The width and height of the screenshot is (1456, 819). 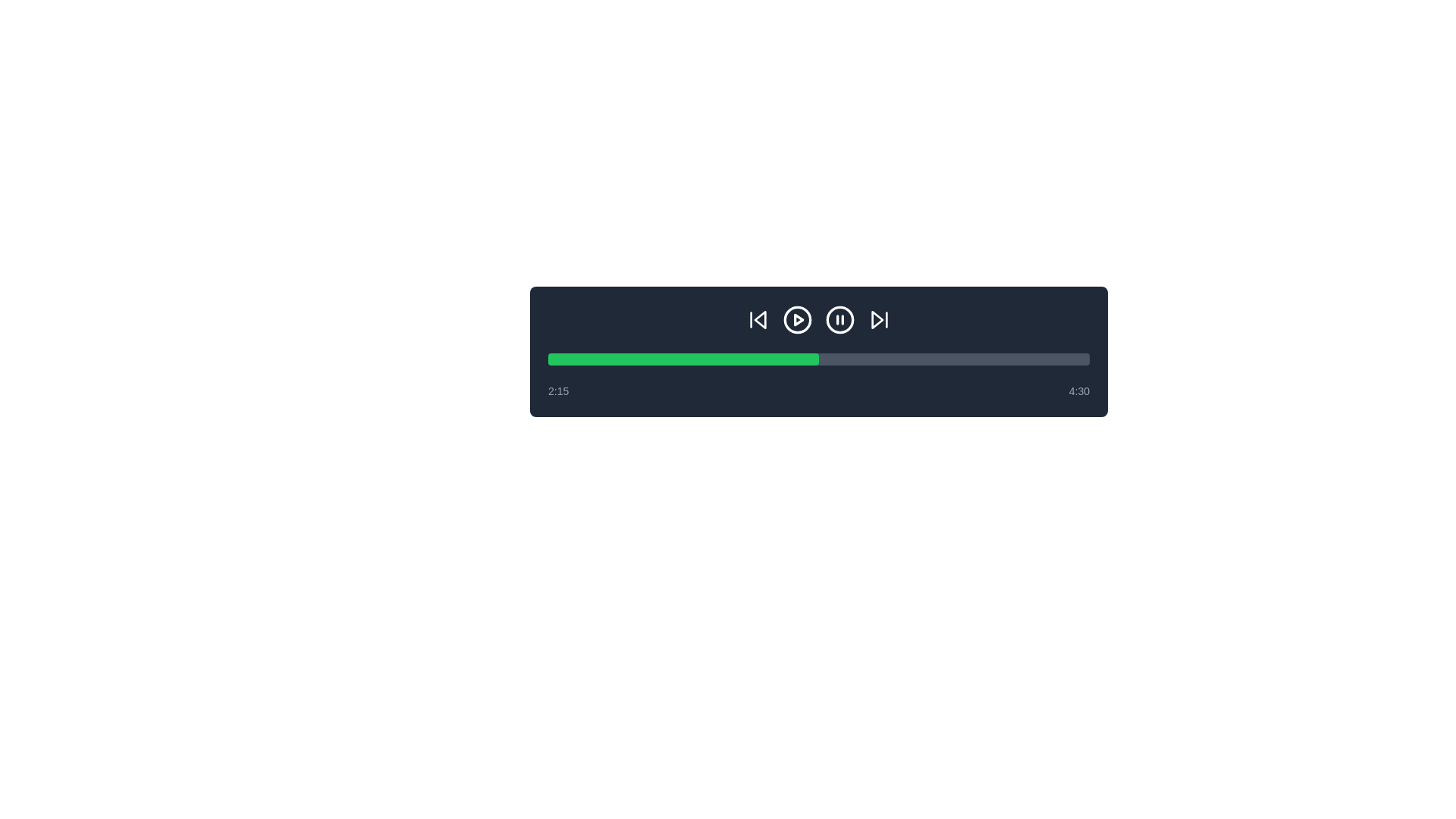 What do you see at coordinates (796, 318) in the screenshot?
I see `the visual boundary circle that defines the play button, located in the playback controls area` at bounding box center [796, 318].